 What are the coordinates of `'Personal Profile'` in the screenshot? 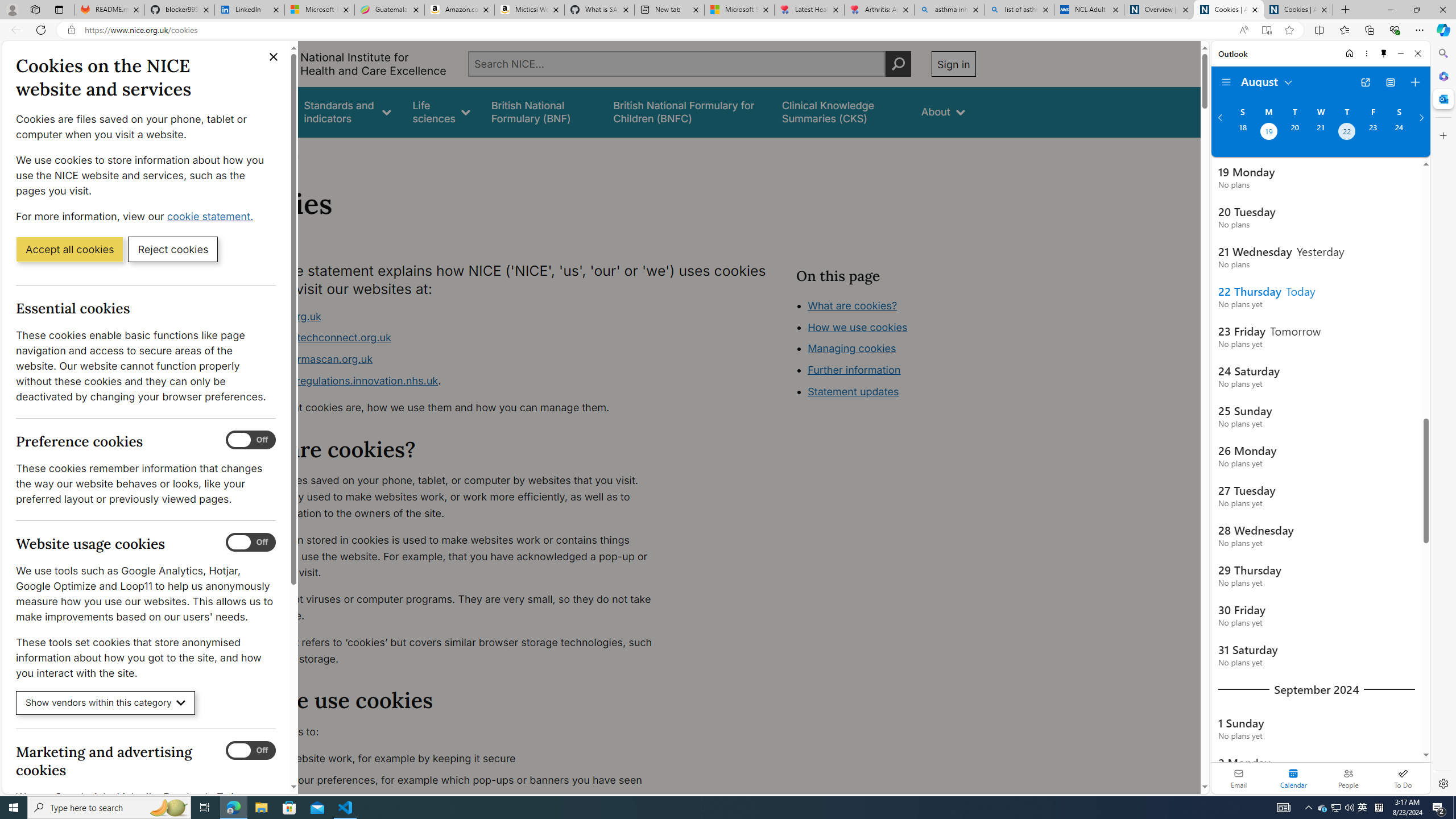 It's located at (11, 9).